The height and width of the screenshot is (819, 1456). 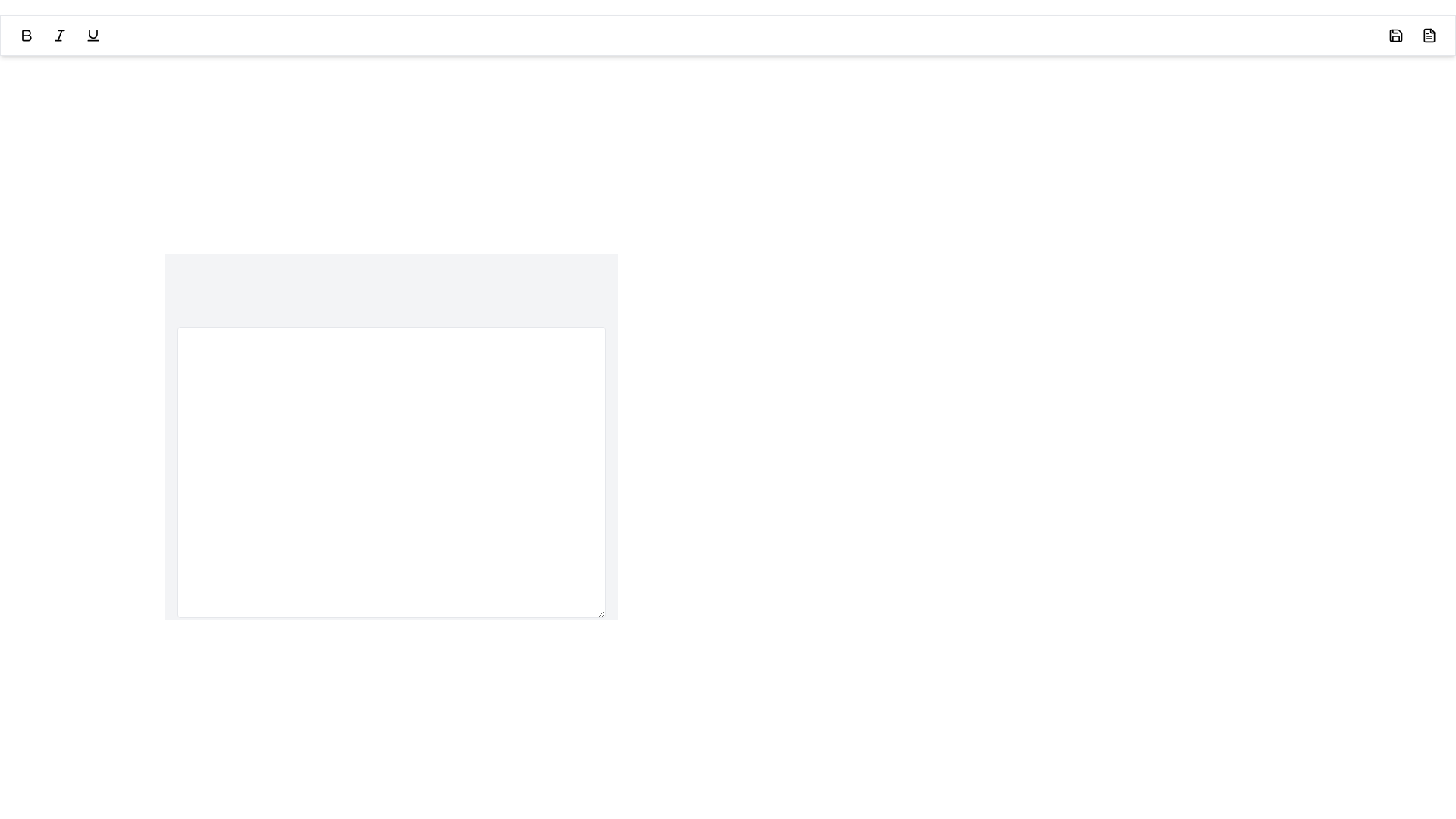 I want to click on the save icon button, which is a minimalist icon styled as a floppy disk, located in the top-right section of the interface, so click(x=1395, y=34).